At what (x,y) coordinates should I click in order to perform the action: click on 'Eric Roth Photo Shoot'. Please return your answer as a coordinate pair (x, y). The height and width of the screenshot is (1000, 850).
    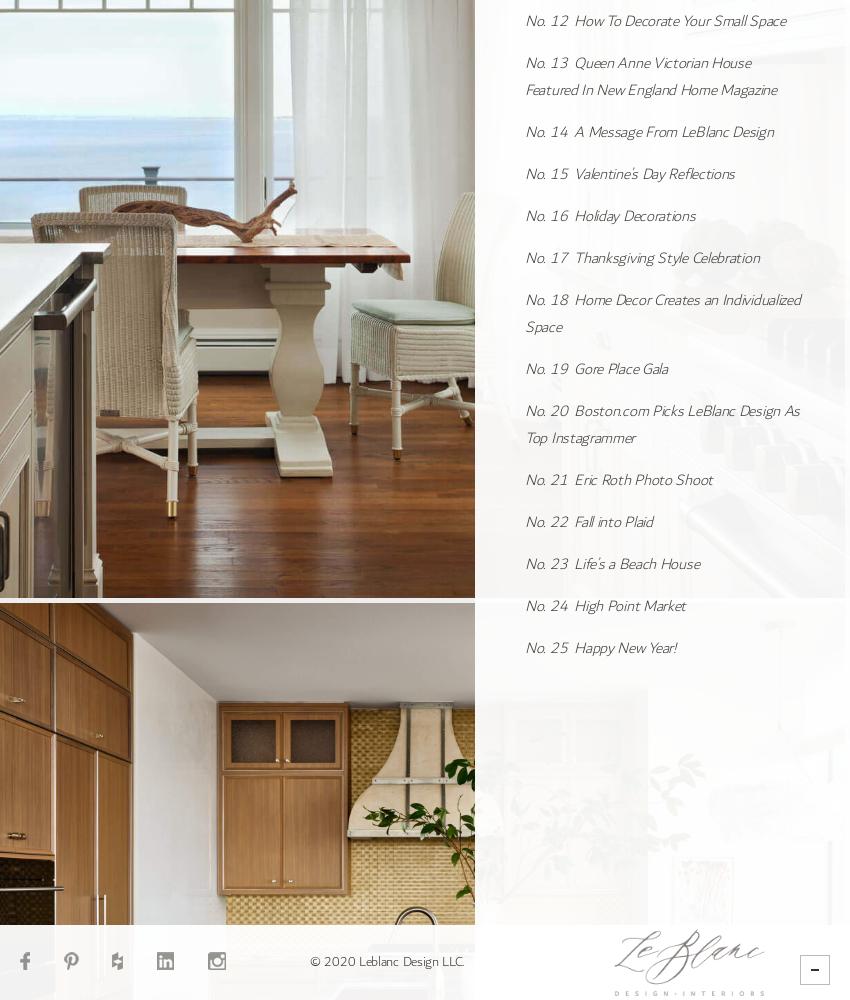
    Looking at the image, I should click on (574, 478).